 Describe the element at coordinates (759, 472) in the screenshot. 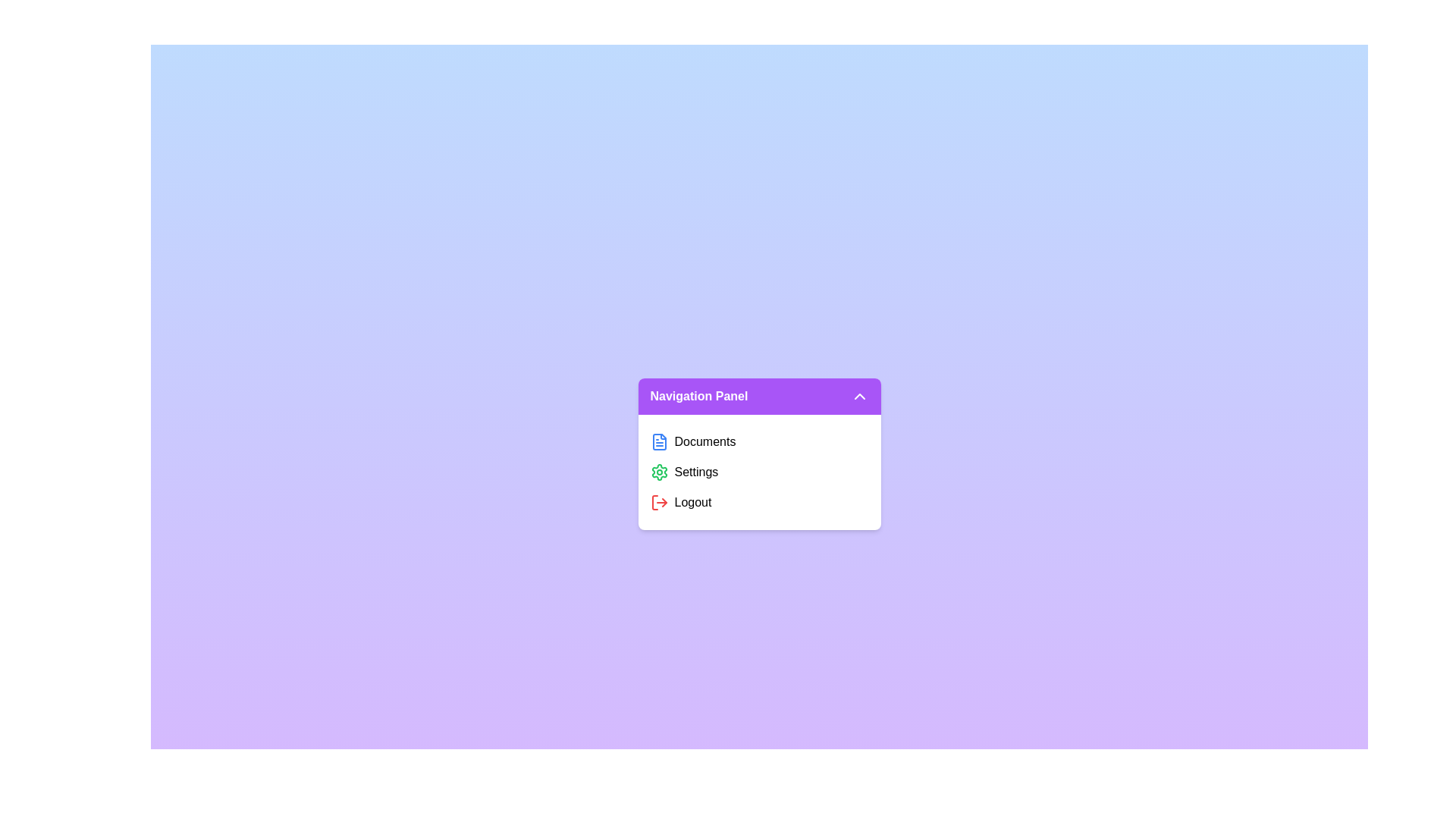

I see `the 'Settings' button to access settings` at that location.